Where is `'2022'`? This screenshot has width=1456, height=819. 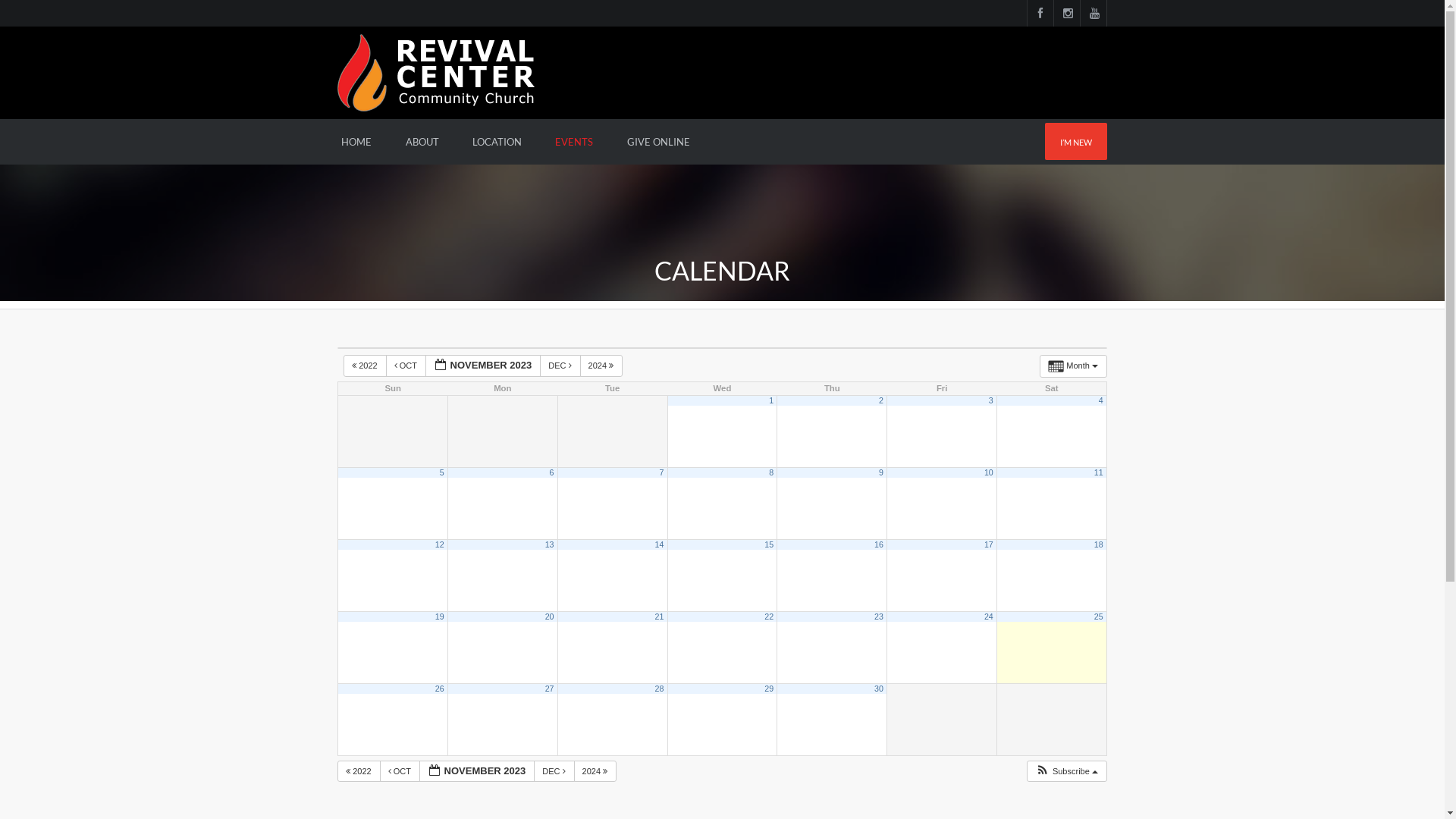 '2022' is located at coordinates (358, 771).